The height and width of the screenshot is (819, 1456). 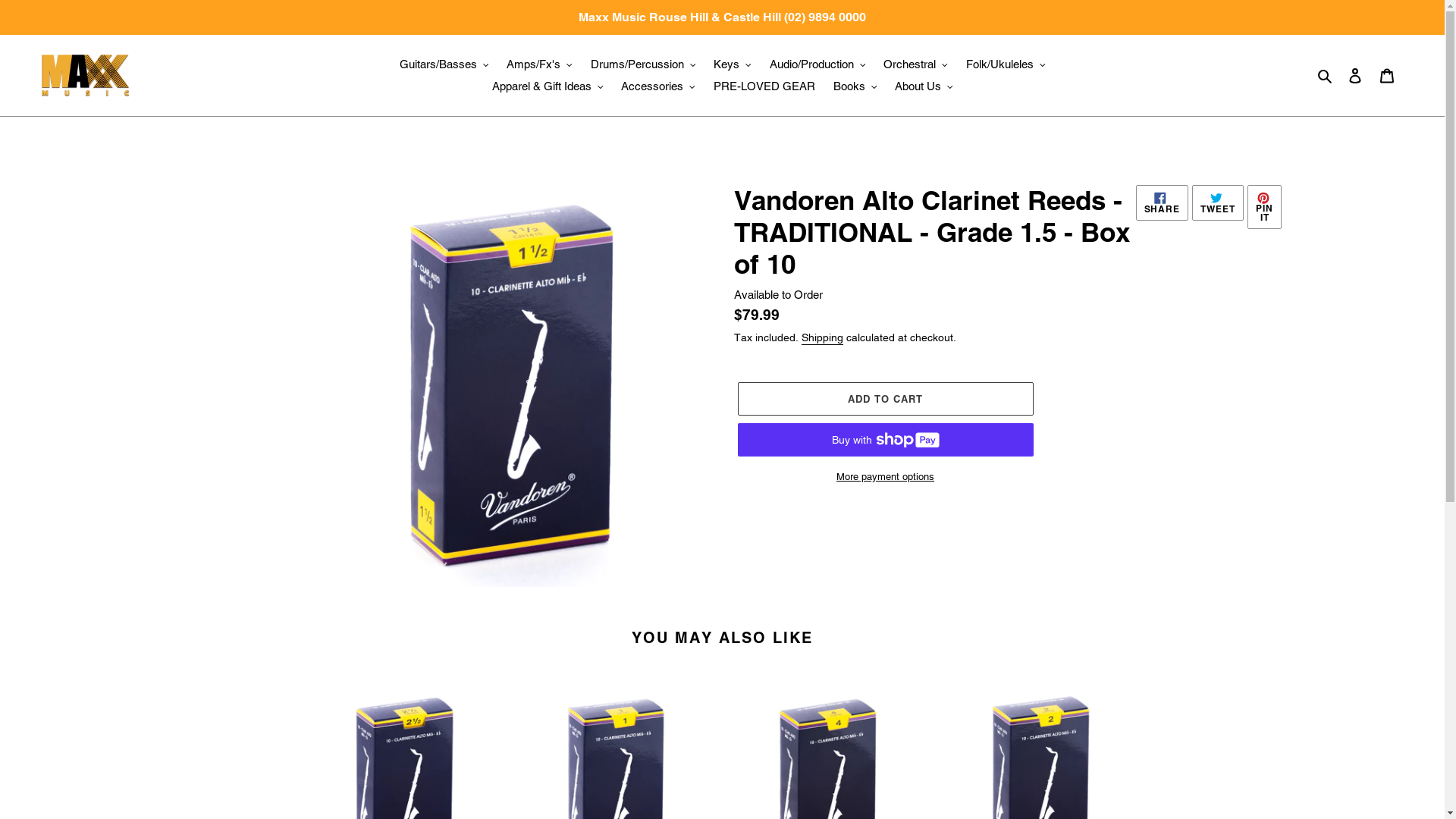 What do you see at coordinates (821, 337) in the screenshot?
I see `'Shipping'` at bounding box center [821, 337].